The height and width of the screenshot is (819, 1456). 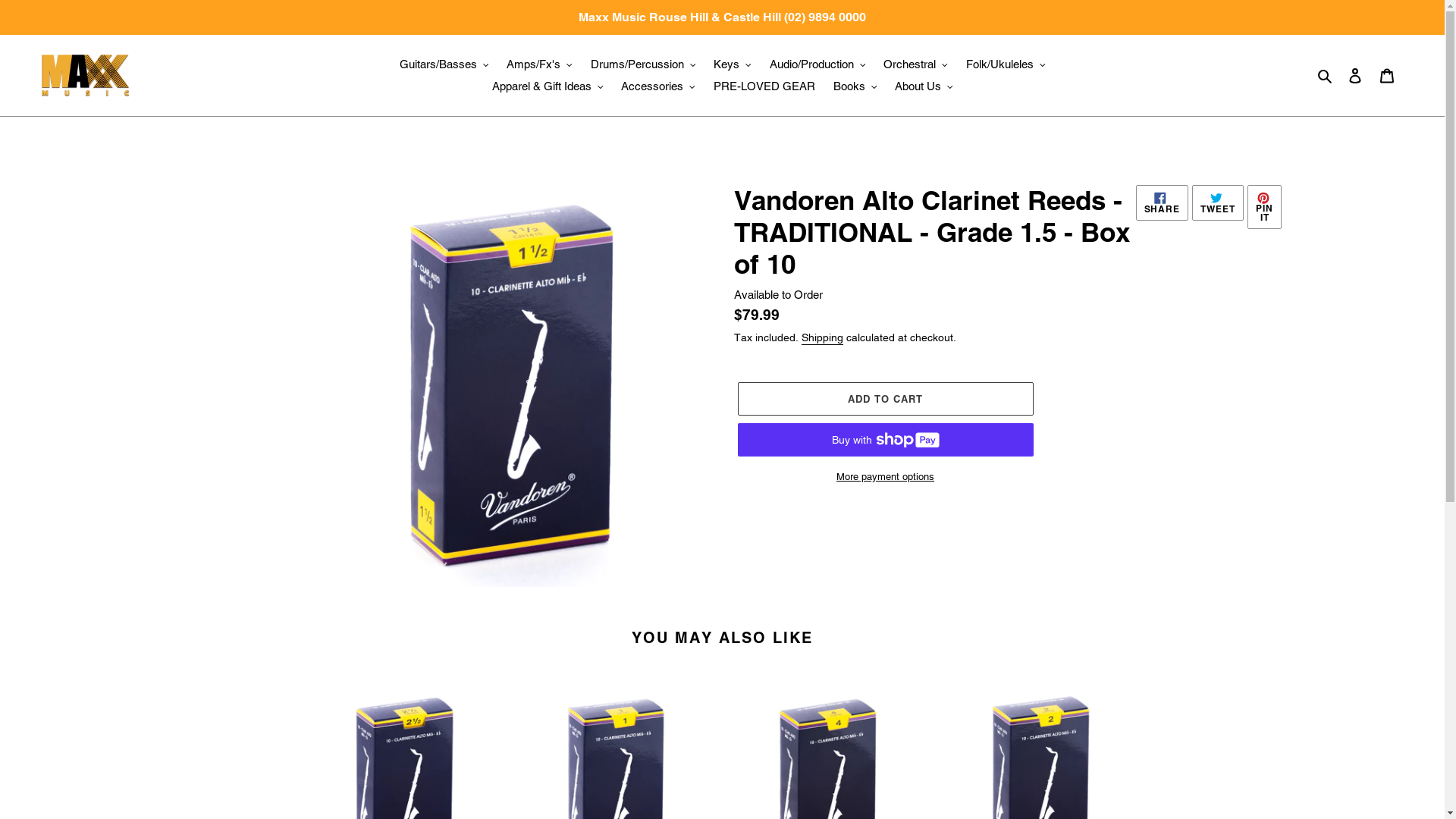 What do you see at coordinates (821, 337) in the screenshot?
I see `'Shipping'` at bounding box center [821, 337].